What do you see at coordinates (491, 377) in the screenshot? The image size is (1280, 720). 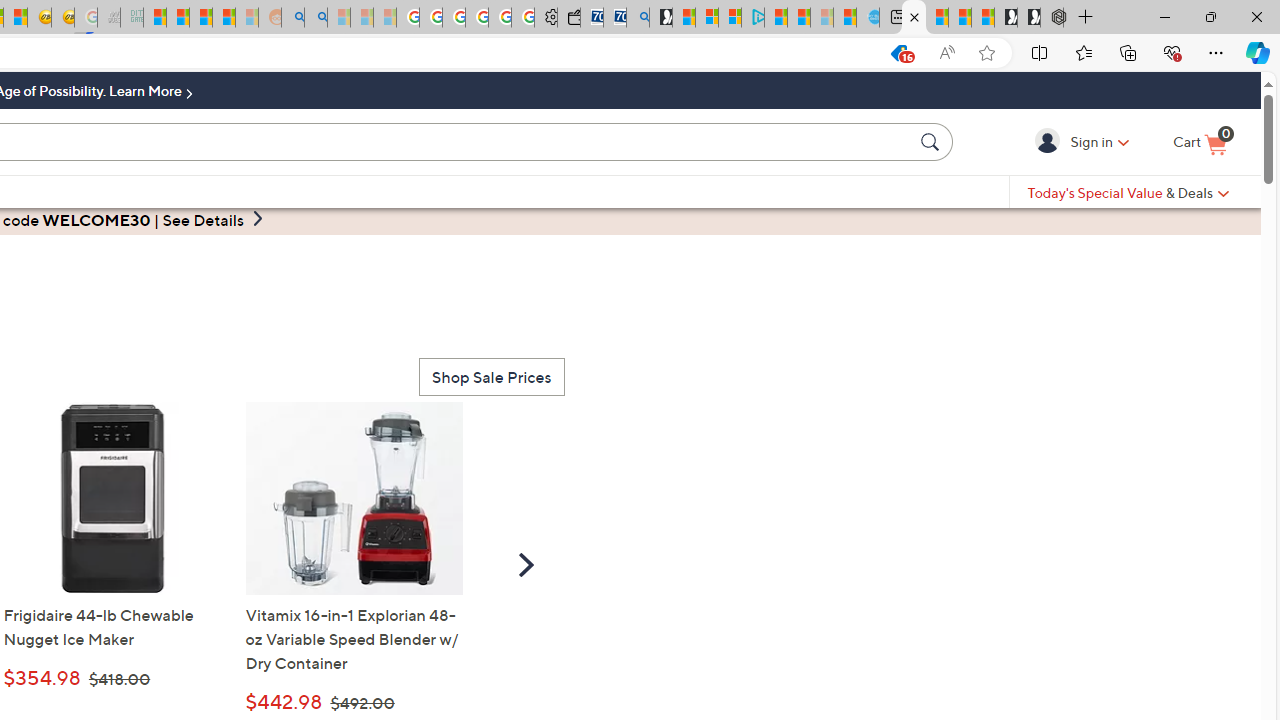 I see `'Shop Sale Prices'` at bounding box center [491, 377].